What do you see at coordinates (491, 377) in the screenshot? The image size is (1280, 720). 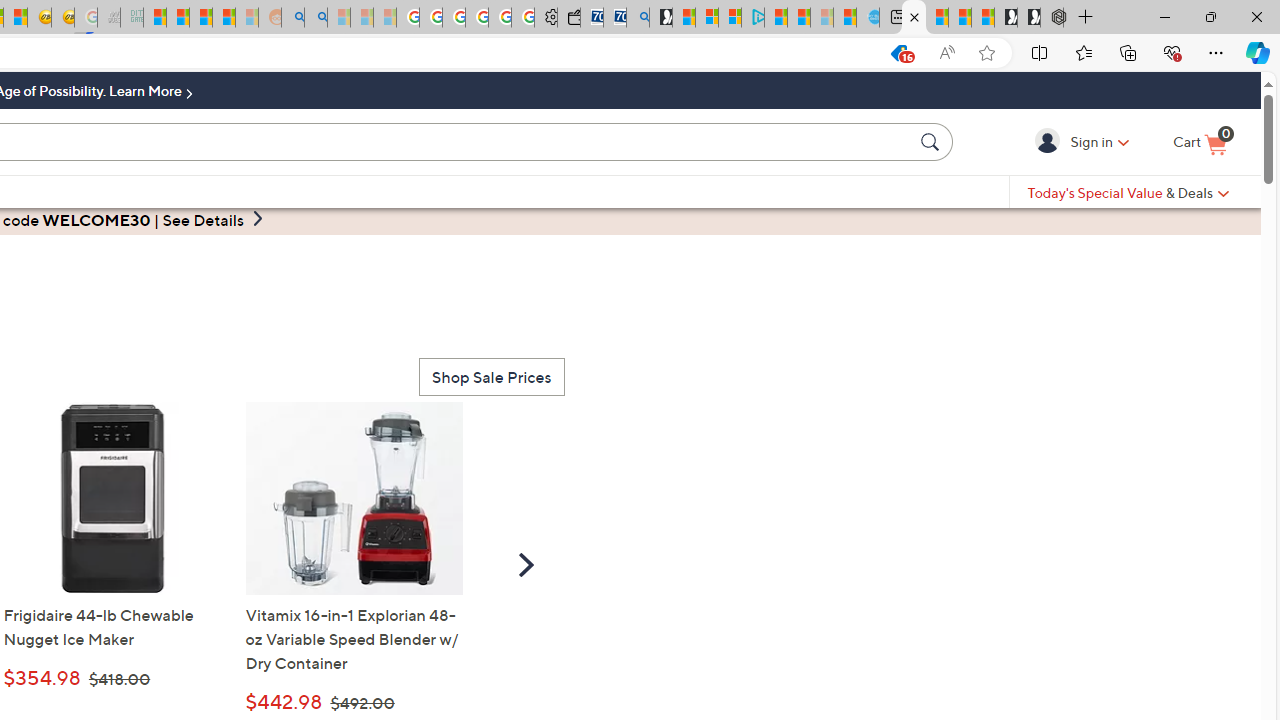 I see `'Shop Sale Prices'` at bounding box center [491, 377].